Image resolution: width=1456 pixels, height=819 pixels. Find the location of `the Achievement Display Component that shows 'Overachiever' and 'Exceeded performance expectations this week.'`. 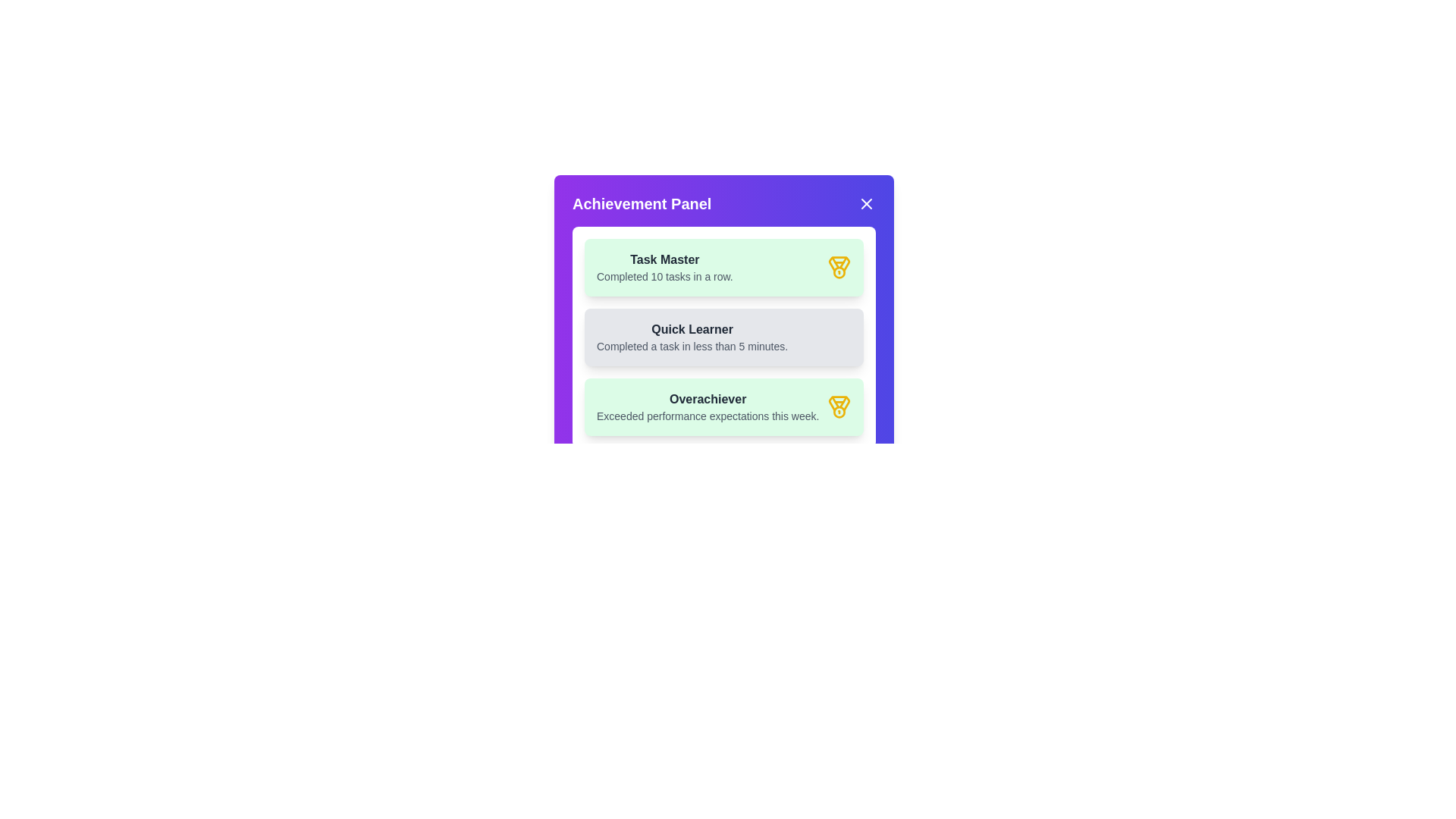

the Achievement Display Component that shows 'Overachiever' and 'Exceeded performance expectations this week.' is located at coordinates (707, 406).